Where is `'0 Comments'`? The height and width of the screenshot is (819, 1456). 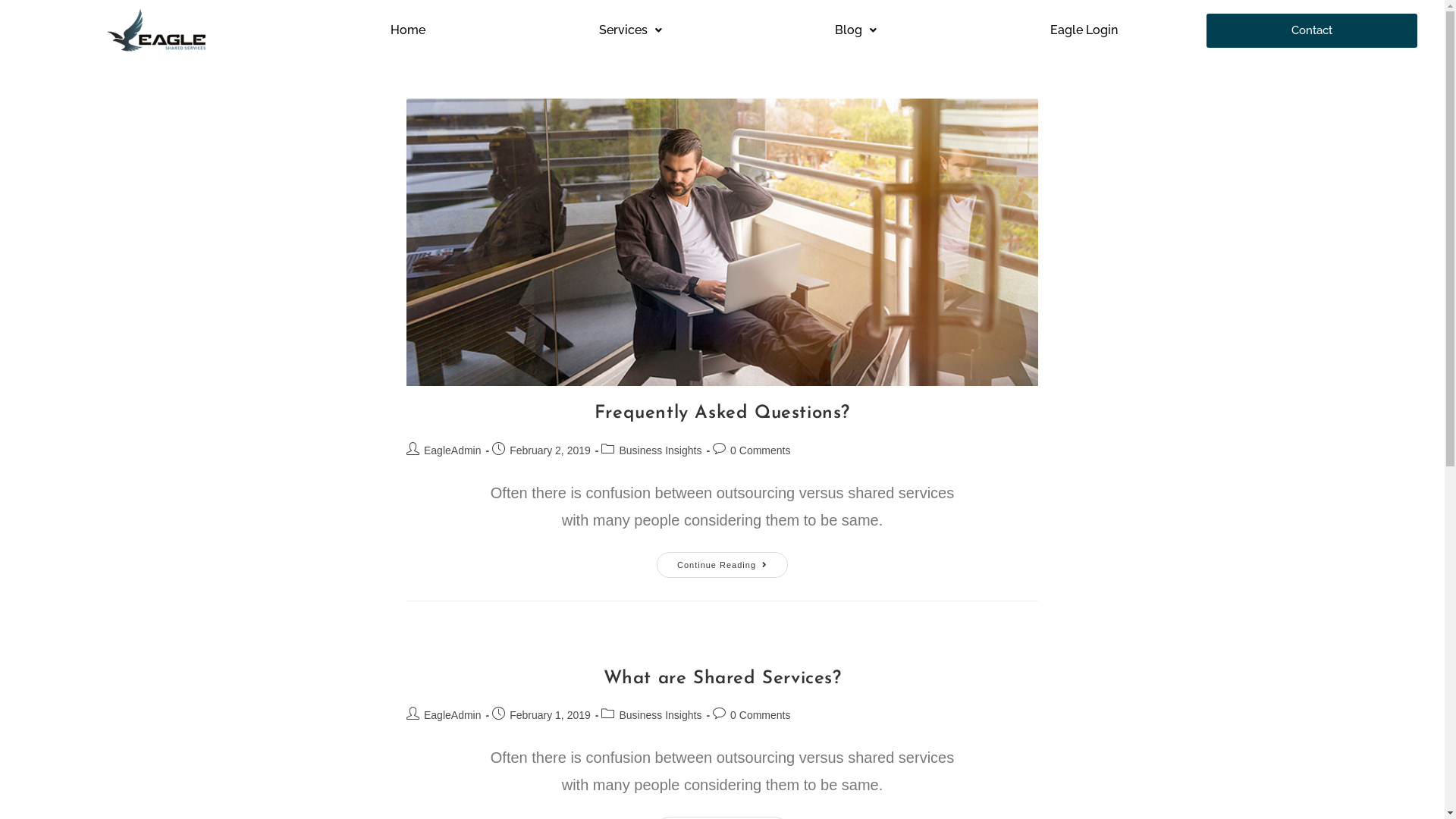
'0 Comments' is located at coordinates (760, 450).